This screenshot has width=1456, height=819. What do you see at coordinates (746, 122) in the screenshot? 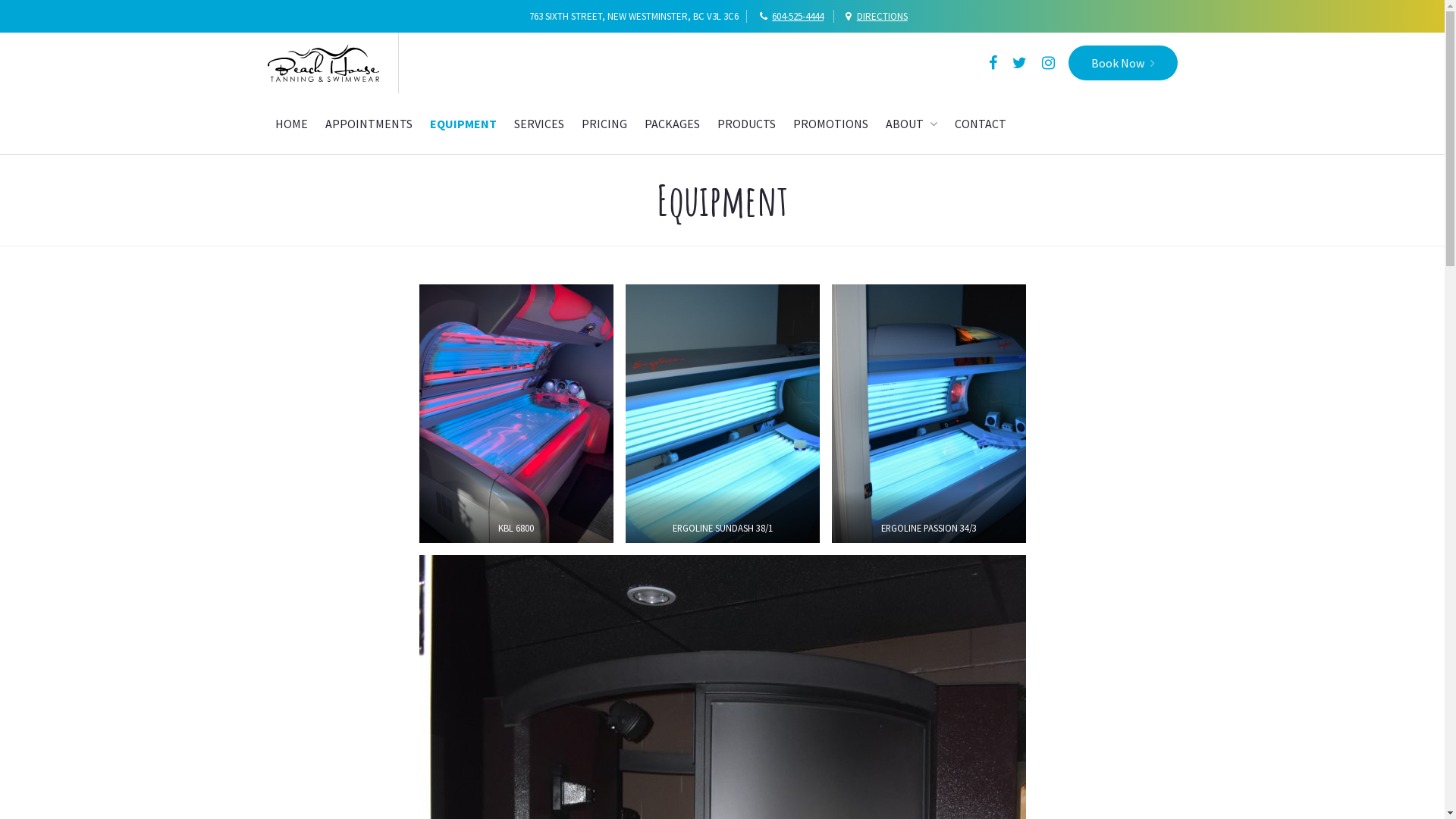
I see `'PRODUCTS'` at bounding box center [746, 122].